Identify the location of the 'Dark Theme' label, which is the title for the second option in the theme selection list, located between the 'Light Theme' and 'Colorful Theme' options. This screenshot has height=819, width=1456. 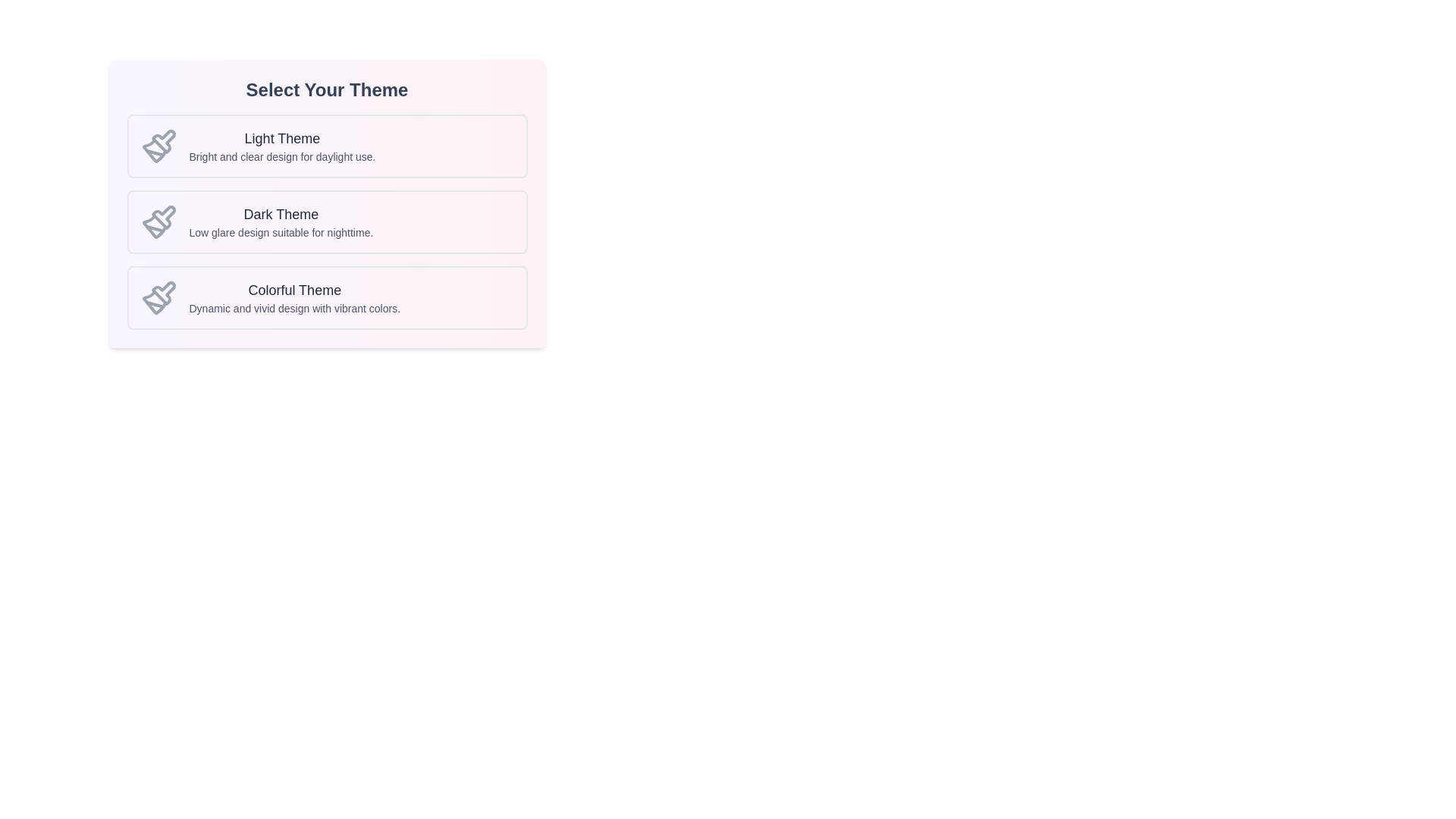
(281, 214).